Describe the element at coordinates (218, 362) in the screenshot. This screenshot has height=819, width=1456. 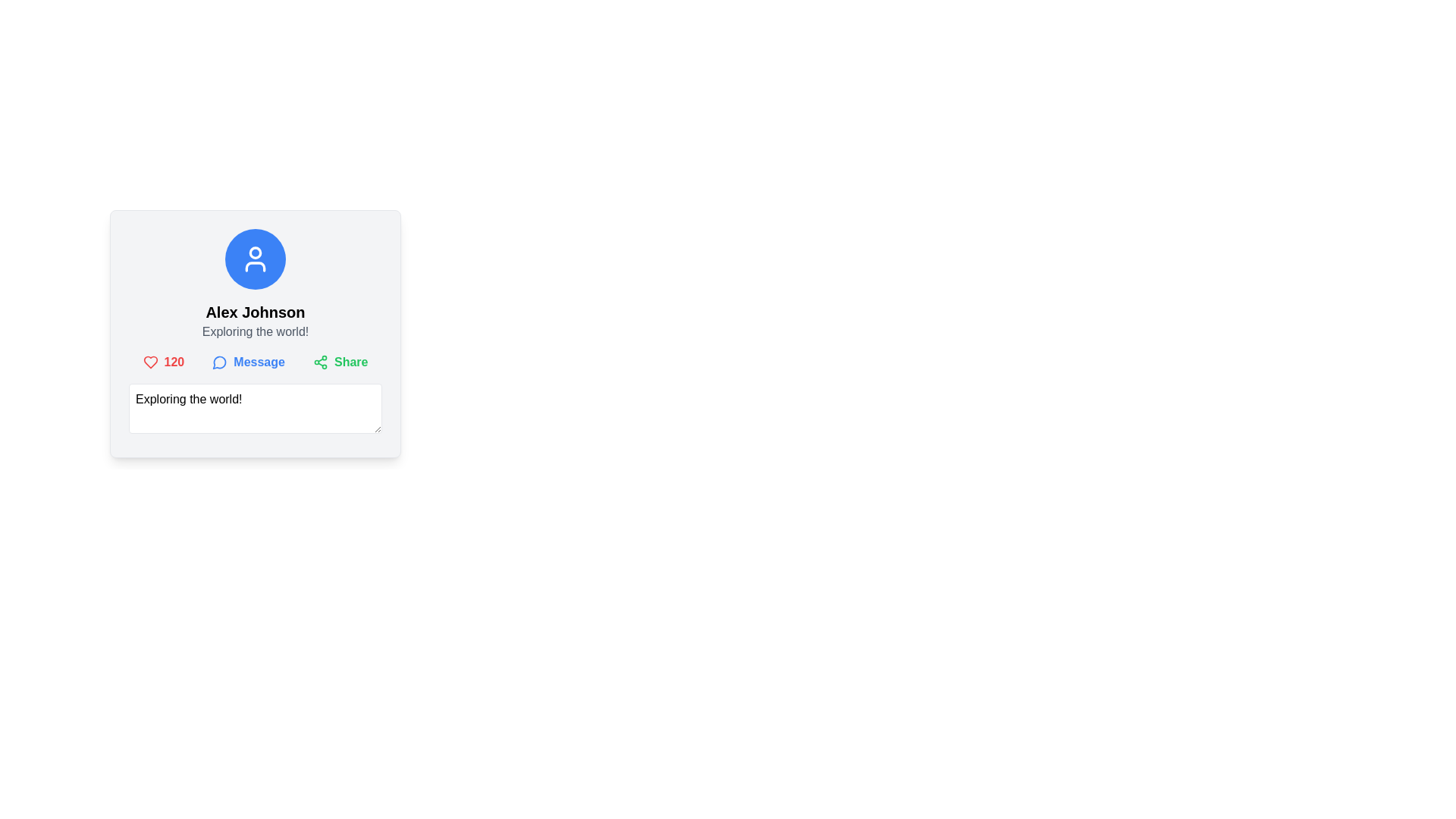
I see `the 'Message' action icon, which is an SVG graphical element indicating messaging or communication features, located below the profile name and image` at that location.